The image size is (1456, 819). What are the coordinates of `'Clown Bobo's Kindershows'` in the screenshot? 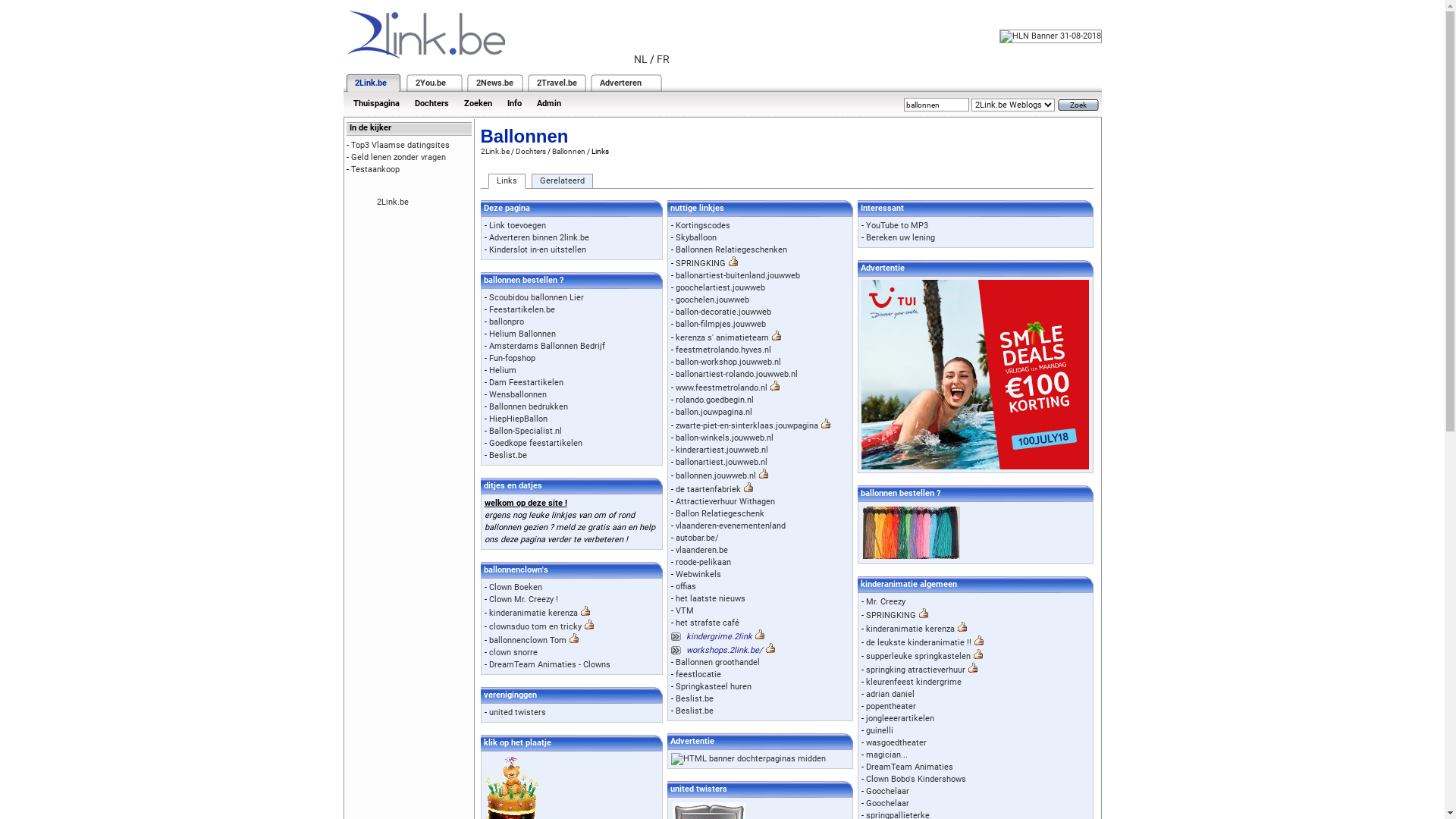 It's located at (915, 779).